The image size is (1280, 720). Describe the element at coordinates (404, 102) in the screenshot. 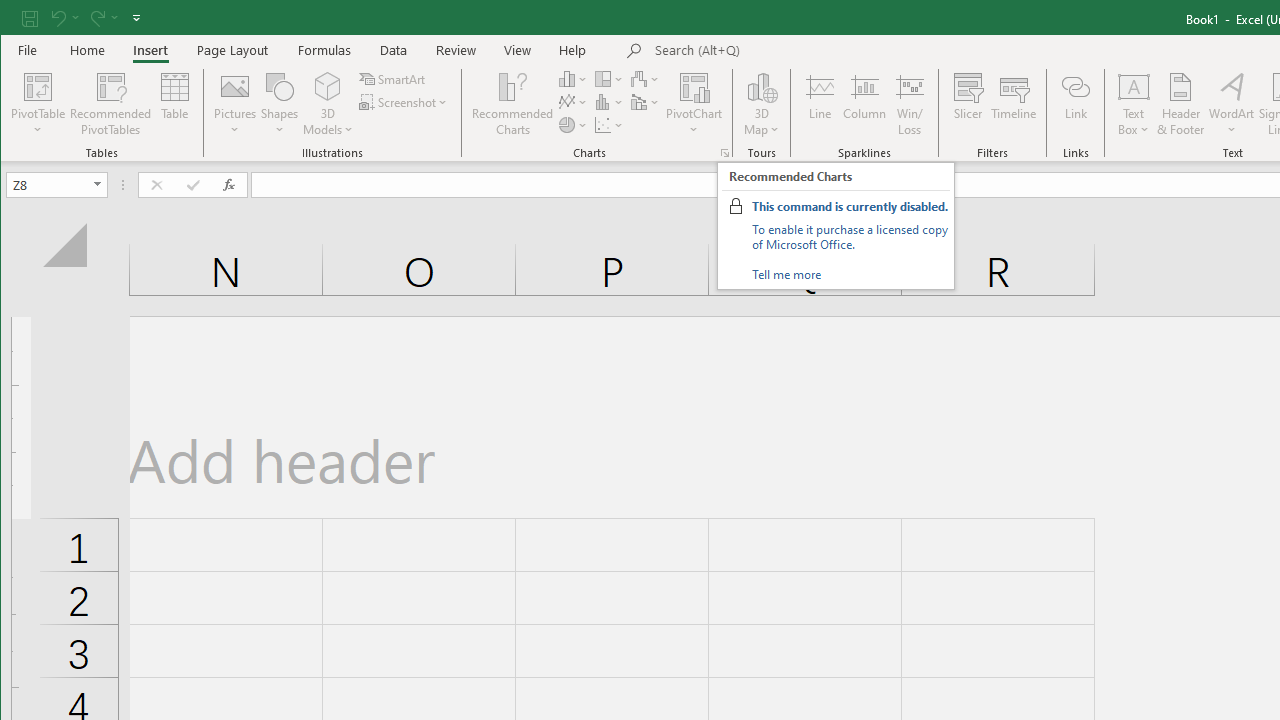

I see `'Screenshot'` at that location.